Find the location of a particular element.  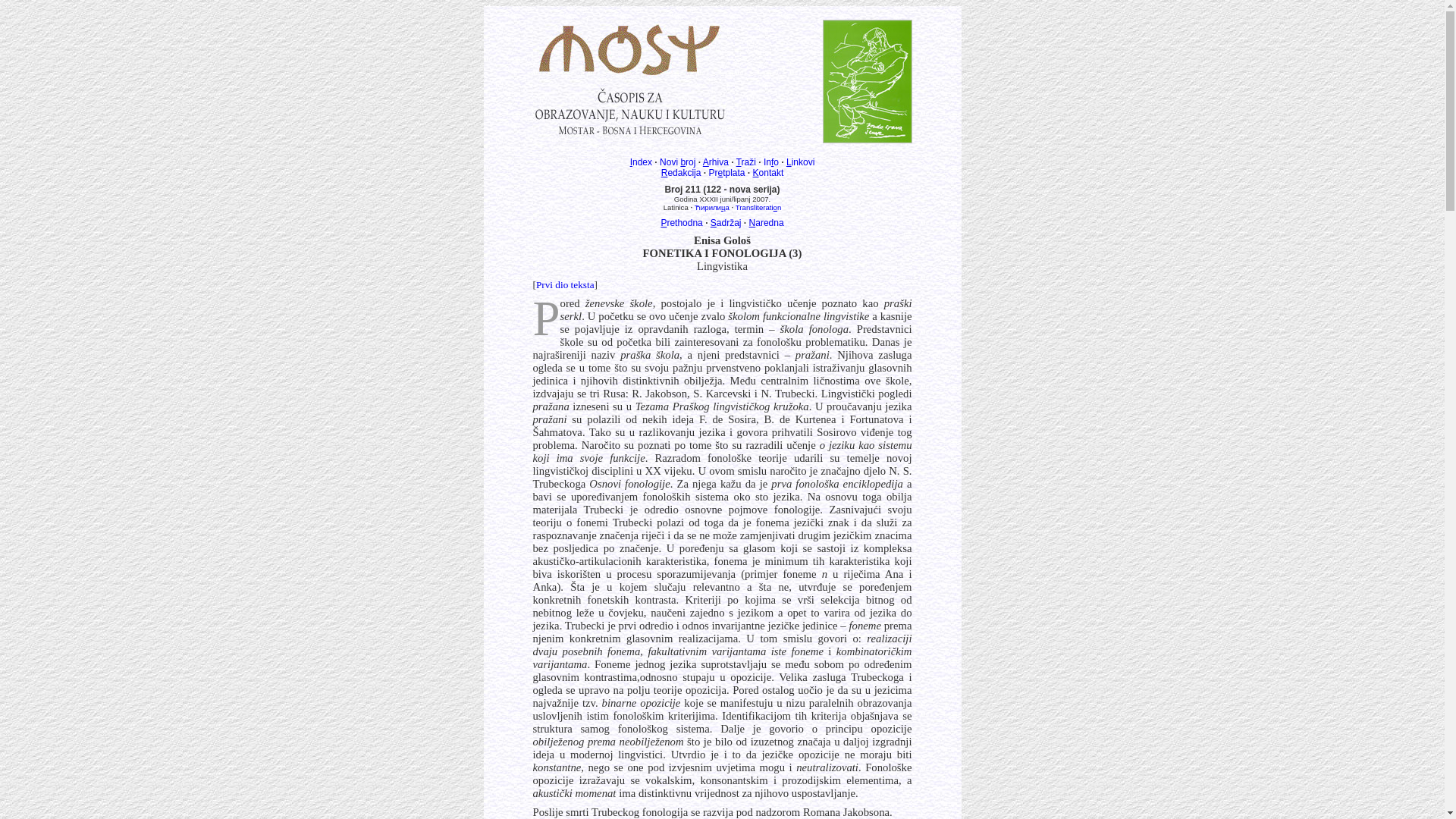

'Pretplata' is located at coordinates (726, 171).